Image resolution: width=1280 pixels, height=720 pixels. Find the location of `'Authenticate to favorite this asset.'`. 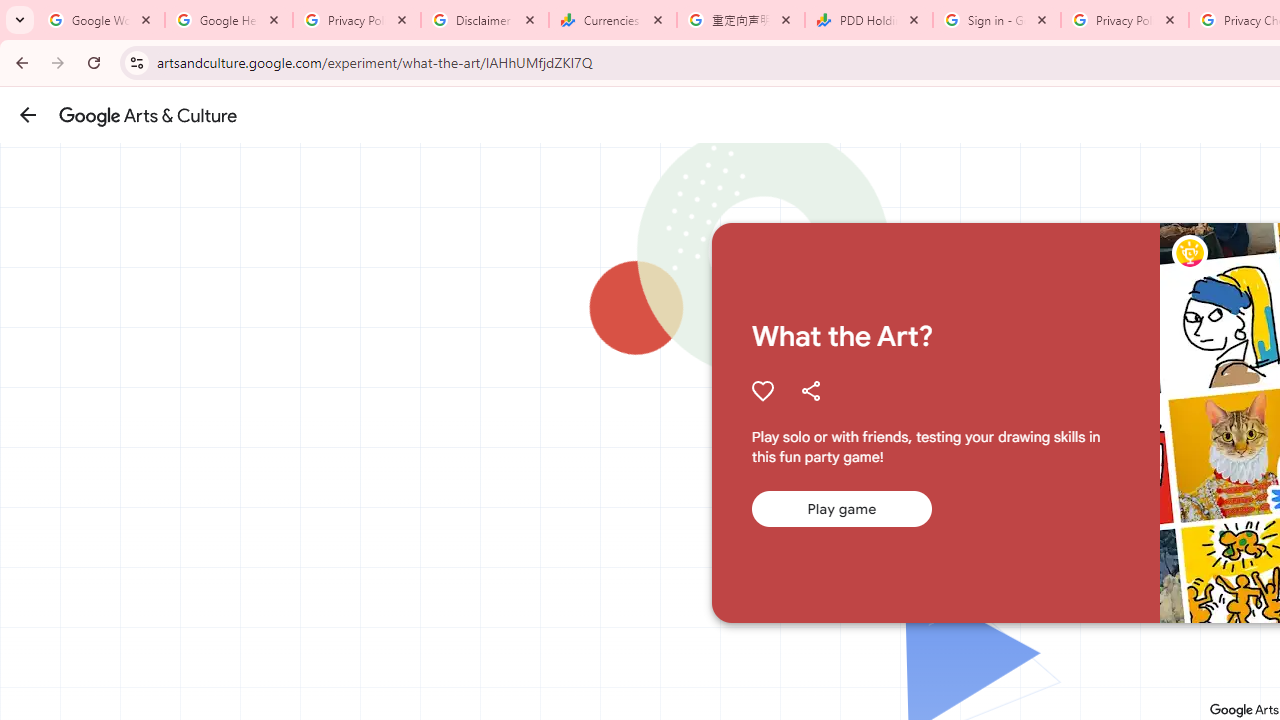

'Authenticate to favorite this asset.' is located at coordinates (761, 390).